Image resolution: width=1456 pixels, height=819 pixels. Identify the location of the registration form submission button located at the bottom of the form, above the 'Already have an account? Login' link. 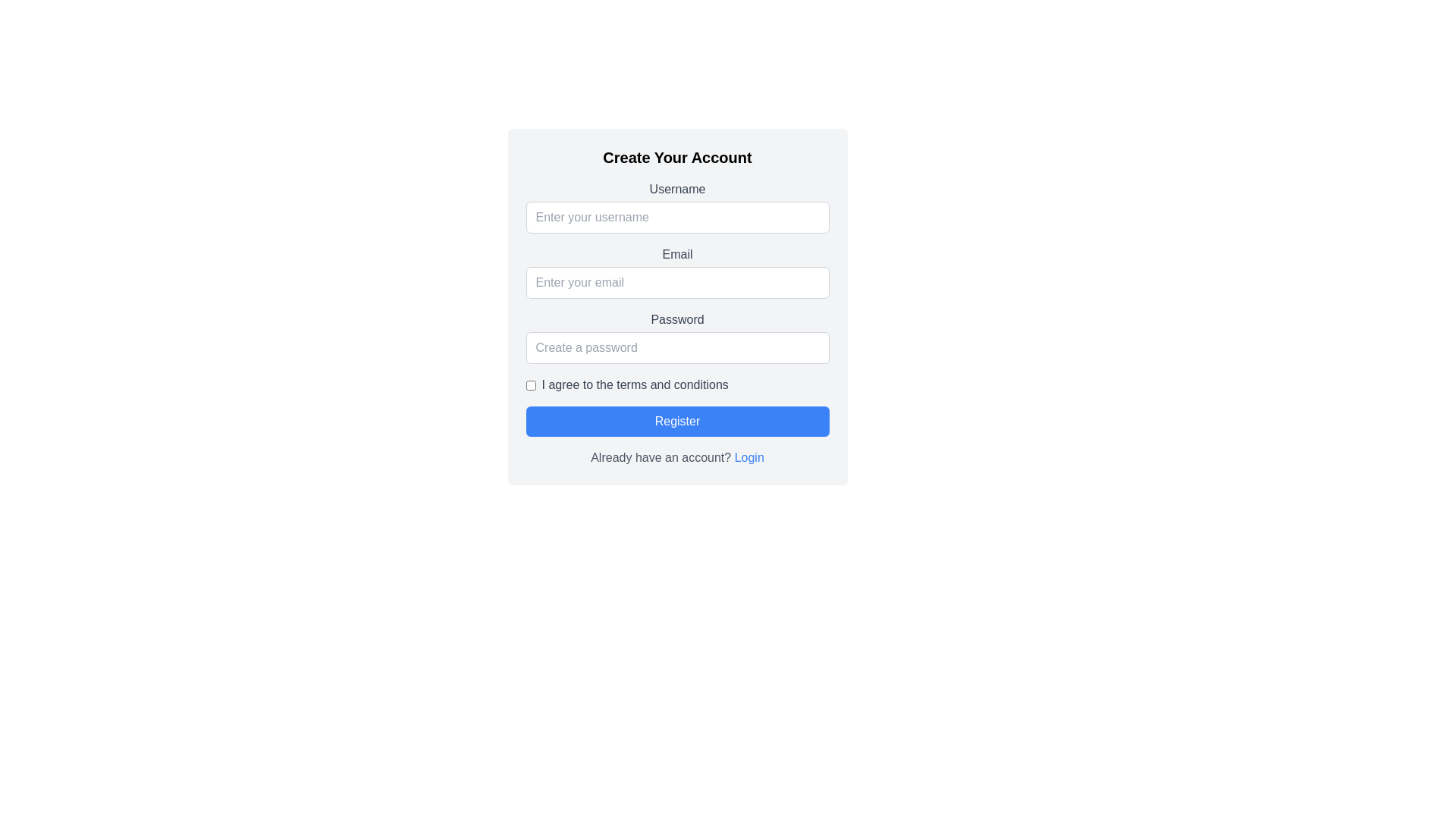
(676, 421).